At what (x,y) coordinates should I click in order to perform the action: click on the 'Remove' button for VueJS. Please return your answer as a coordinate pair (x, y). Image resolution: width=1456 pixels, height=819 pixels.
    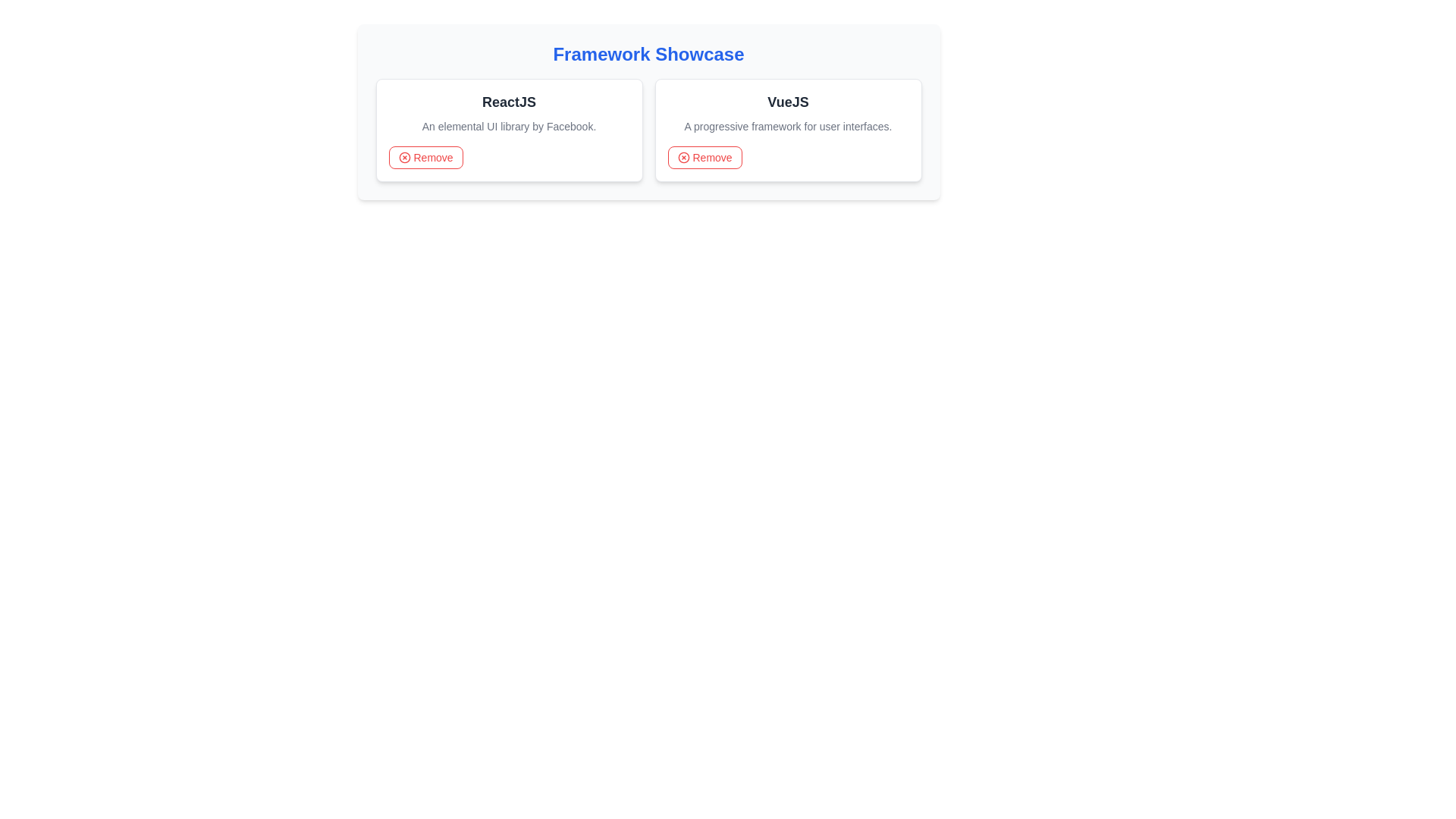
    Looking at the image, I should click on (704, 158).